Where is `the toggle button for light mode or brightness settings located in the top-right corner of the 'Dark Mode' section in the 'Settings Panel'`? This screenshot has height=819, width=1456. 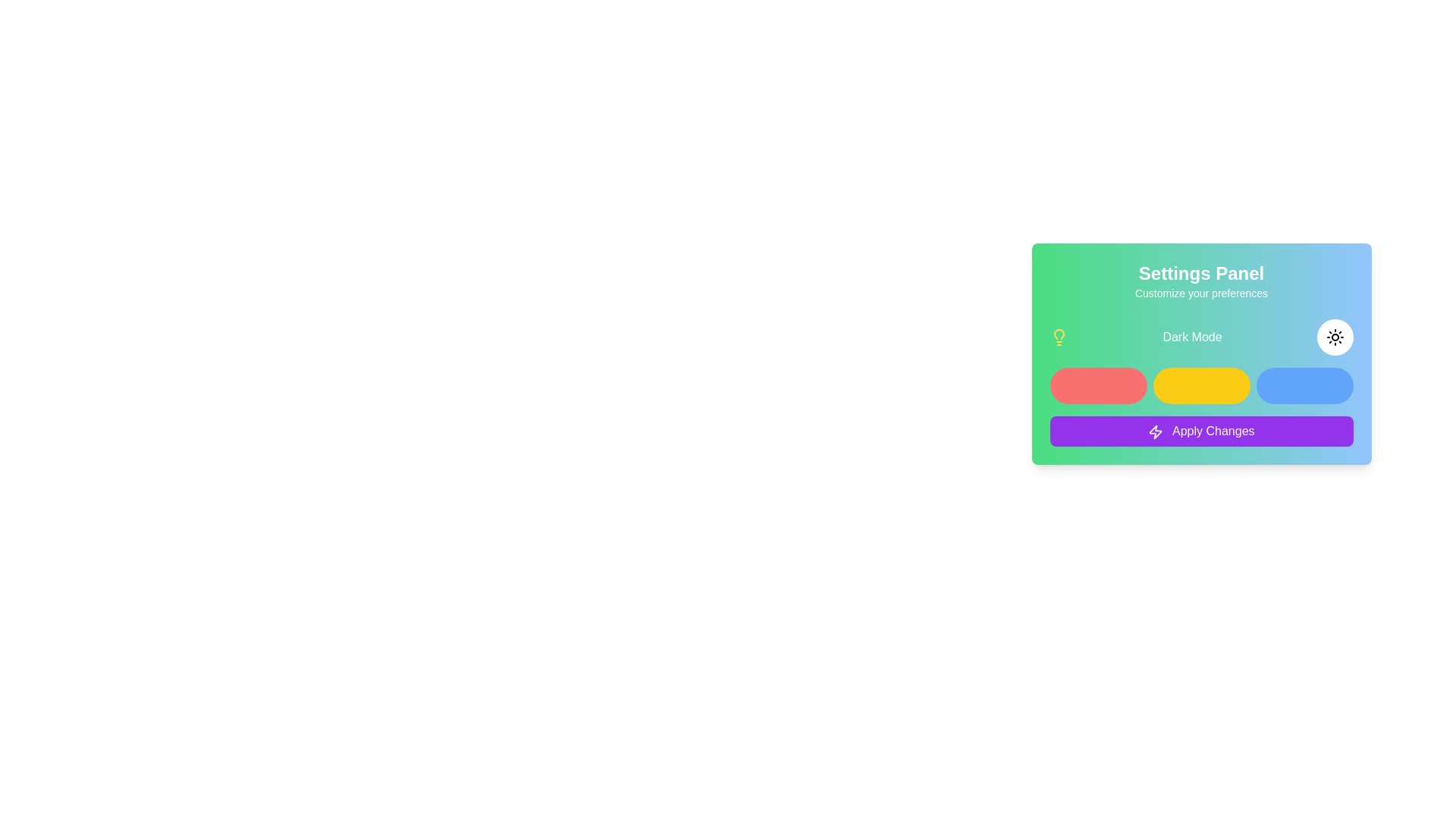 the toggle button for light mode or brightness settings located in the top-right corner of the 'Dark Mode' section in the 'Settings Panel' is located at coordinates (1335, 336).